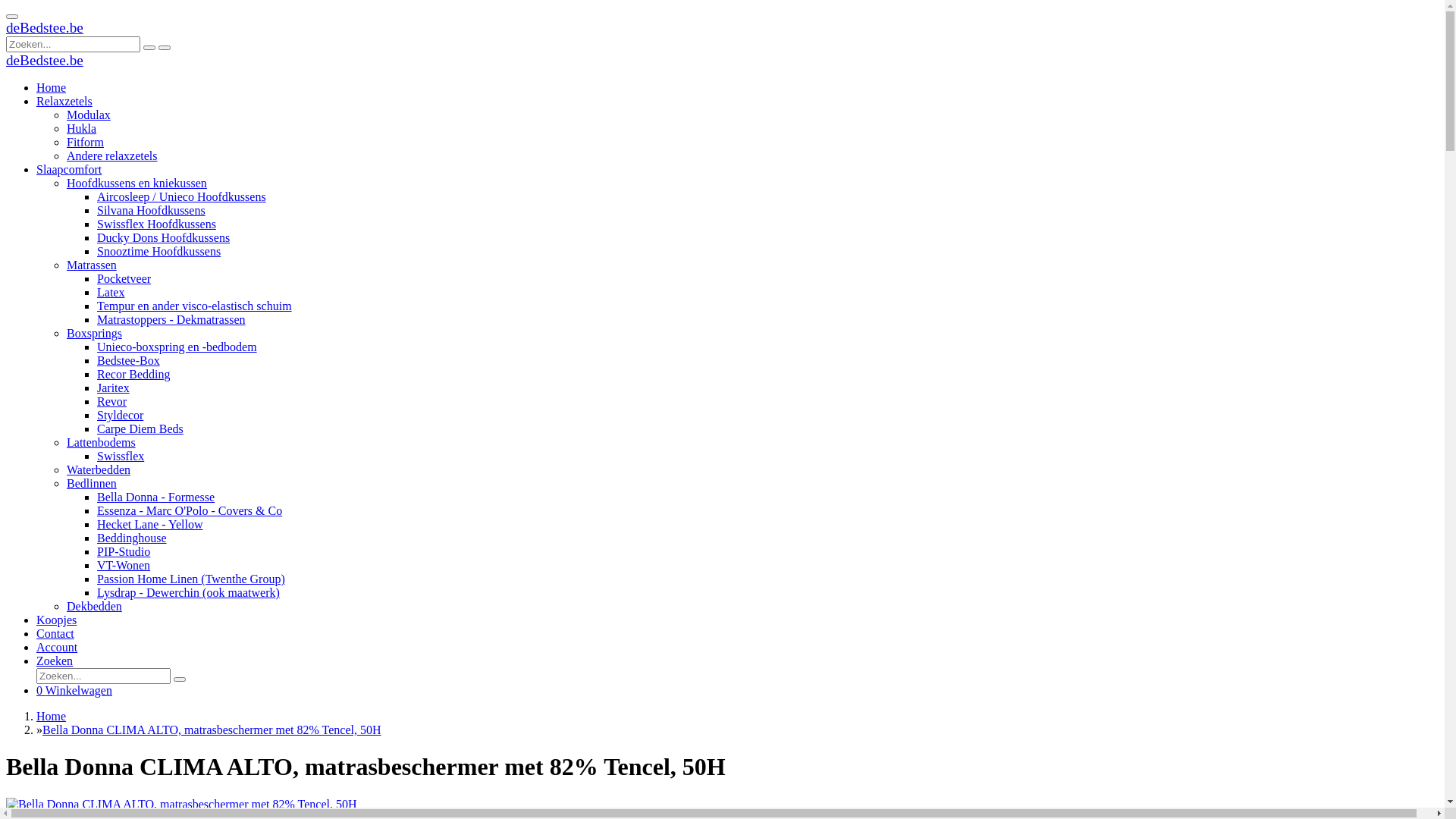  Describe the element at coordinates (90, 264) in the screenshot. I see `'Matrassen'` at that location.